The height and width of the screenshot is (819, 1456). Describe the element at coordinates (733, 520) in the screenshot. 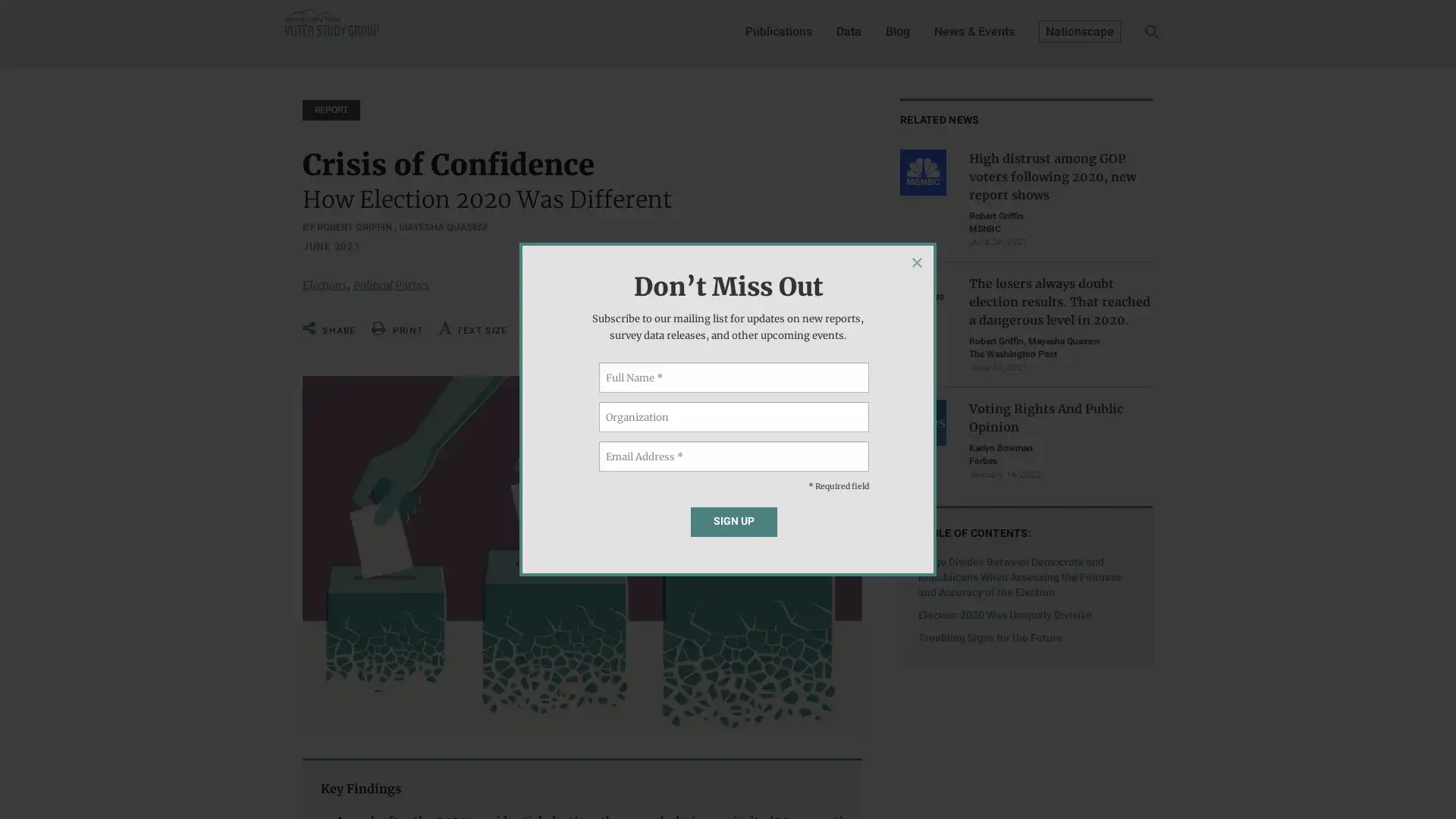

I see `SIGN UP` at that location.